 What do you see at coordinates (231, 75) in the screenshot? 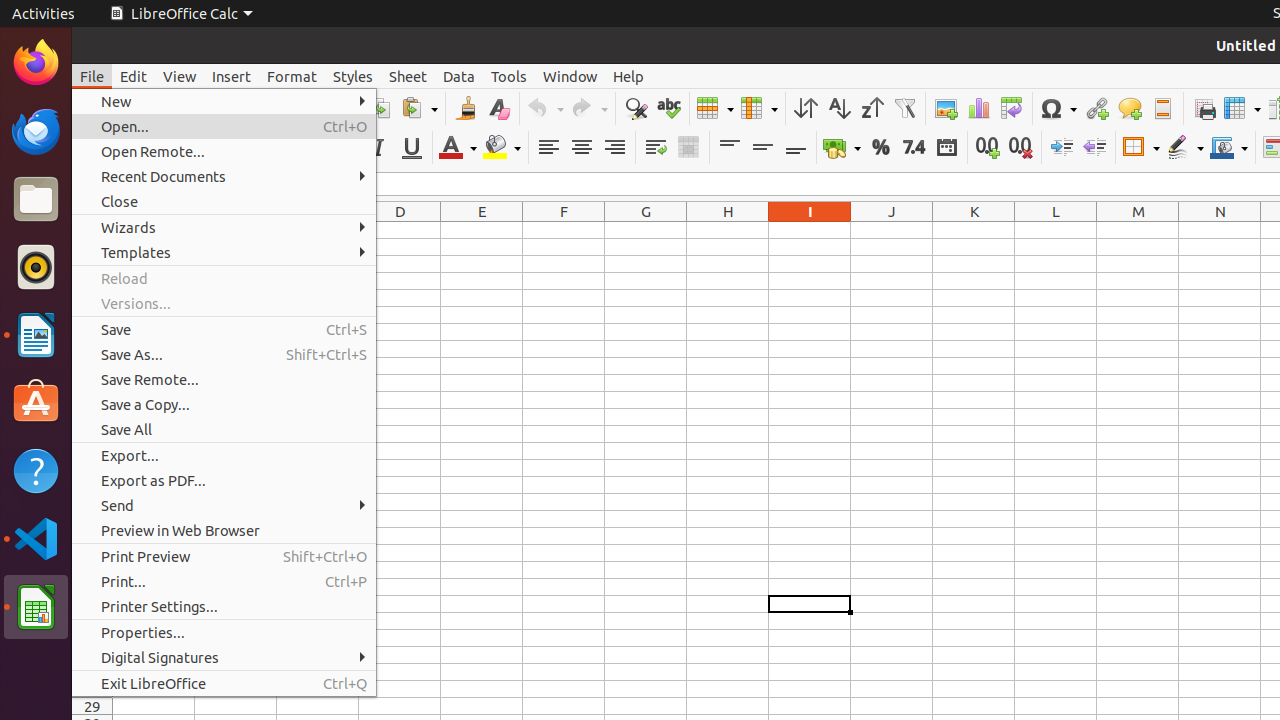
I see `'Insert'` at bounding box center [231, 75].